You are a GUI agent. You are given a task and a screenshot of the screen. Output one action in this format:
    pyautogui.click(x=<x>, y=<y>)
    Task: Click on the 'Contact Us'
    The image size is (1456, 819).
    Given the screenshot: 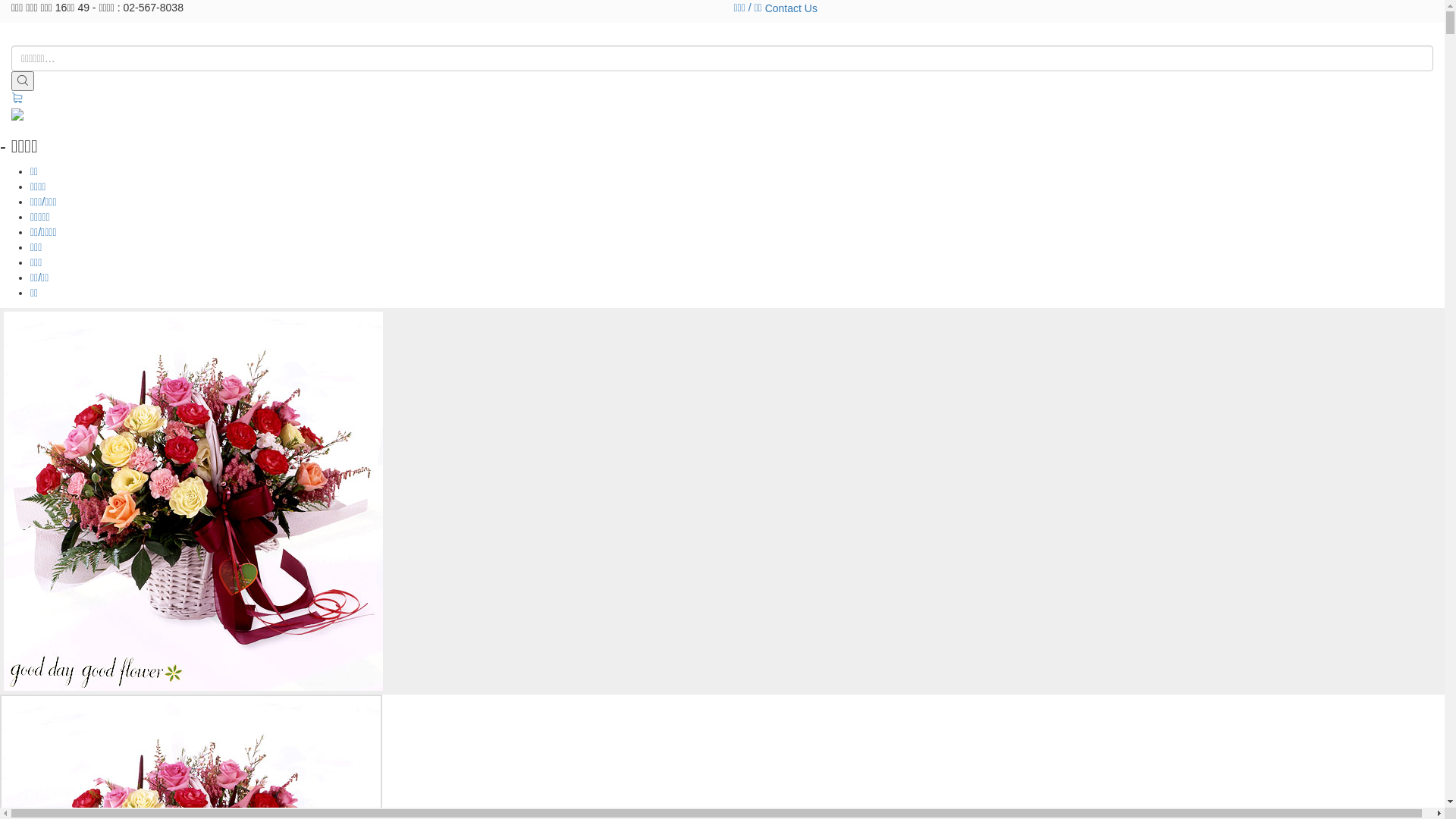 What is the action you would take?
    pyautogui.click(x=790, y=8)
    